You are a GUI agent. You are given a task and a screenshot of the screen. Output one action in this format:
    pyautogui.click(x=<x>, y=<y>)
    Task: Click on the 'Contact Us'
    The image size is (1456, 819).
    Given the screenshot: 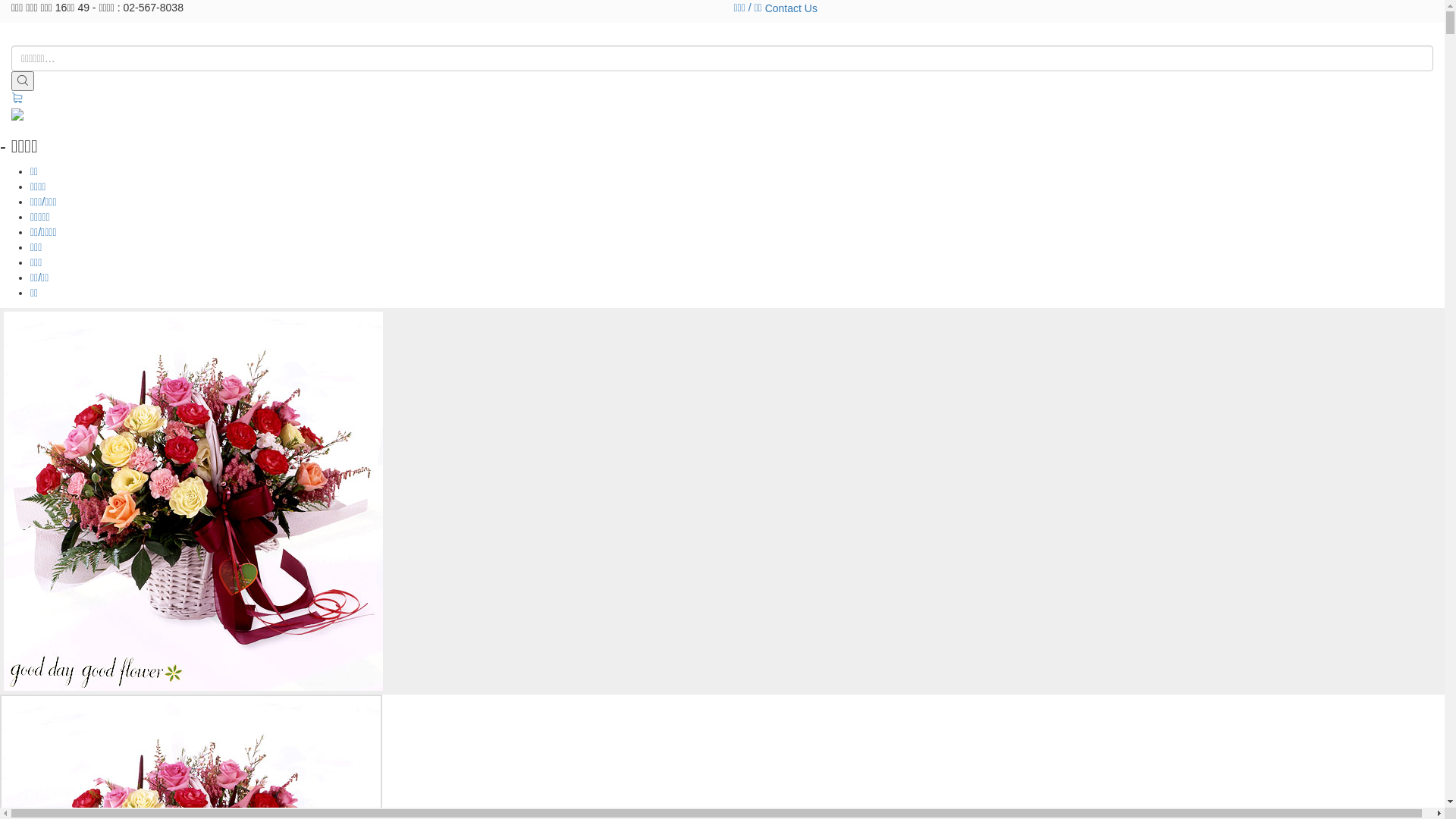 What is the action you would take?
    pyautogui.click(x=790, y=8)
    